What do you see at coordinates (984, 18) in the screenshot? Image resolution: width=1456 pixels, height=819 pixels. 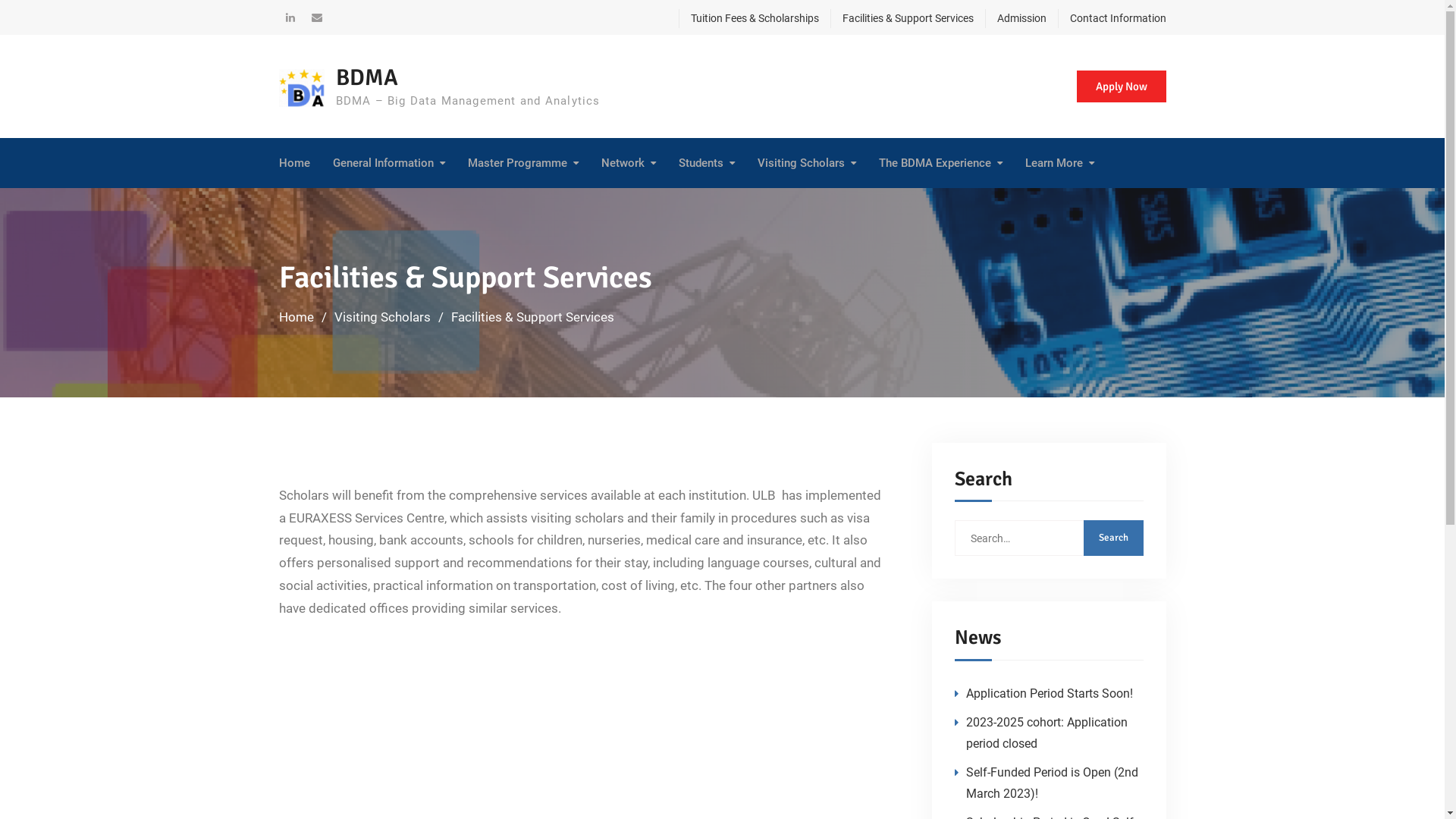 I see `'Admission'` at bounding box center [984, 18].